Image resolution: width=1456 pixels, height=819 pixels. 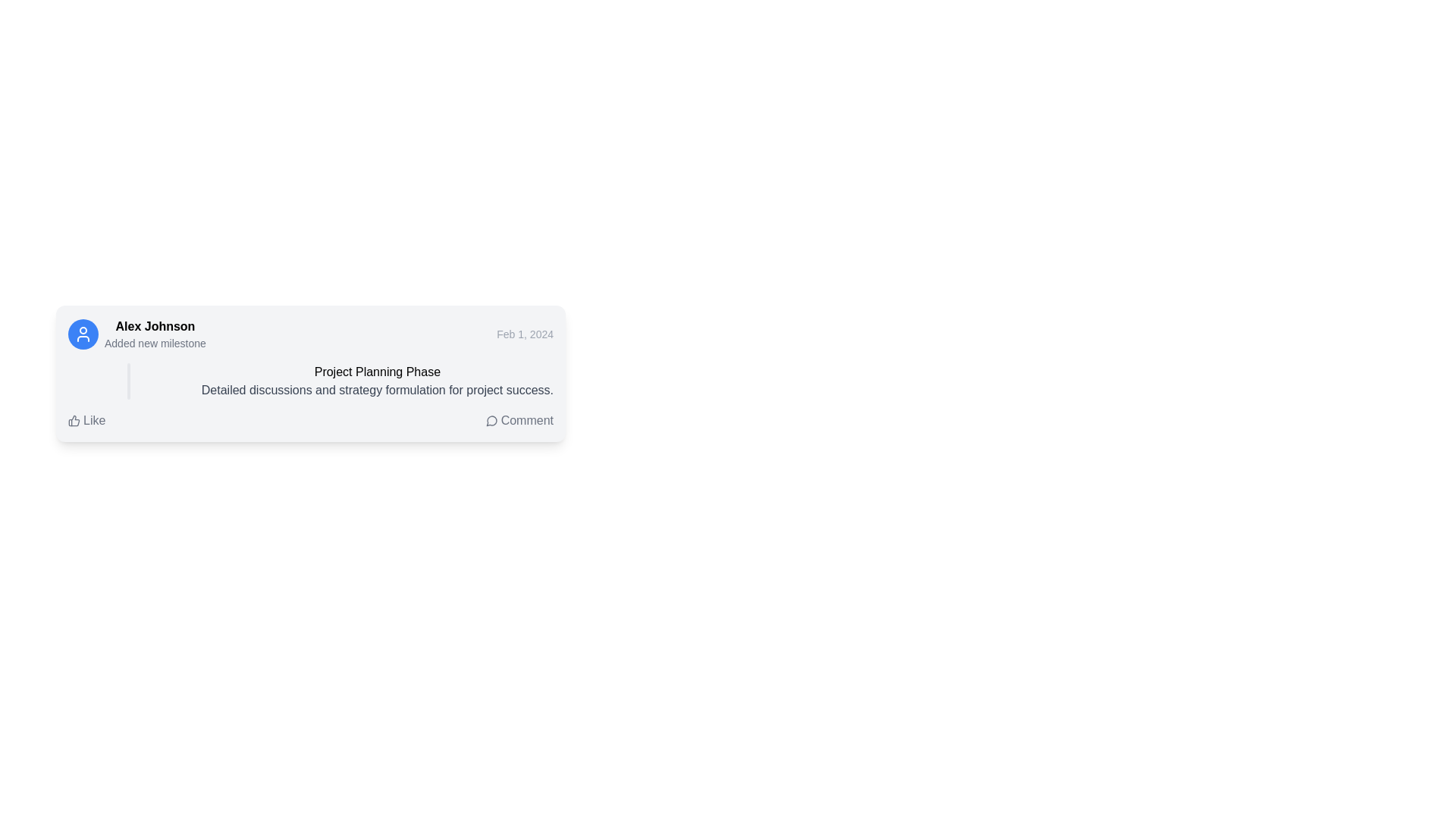 What do you see at coordinates (377, 380) in the screenshot?
I see `the Textual display component that contains the title 'Project Planning Phase' in medium-bold font and the description 'Detailed discussions and strategy formulation for project success' in smaller gray text` at bounding box center [377, 380].